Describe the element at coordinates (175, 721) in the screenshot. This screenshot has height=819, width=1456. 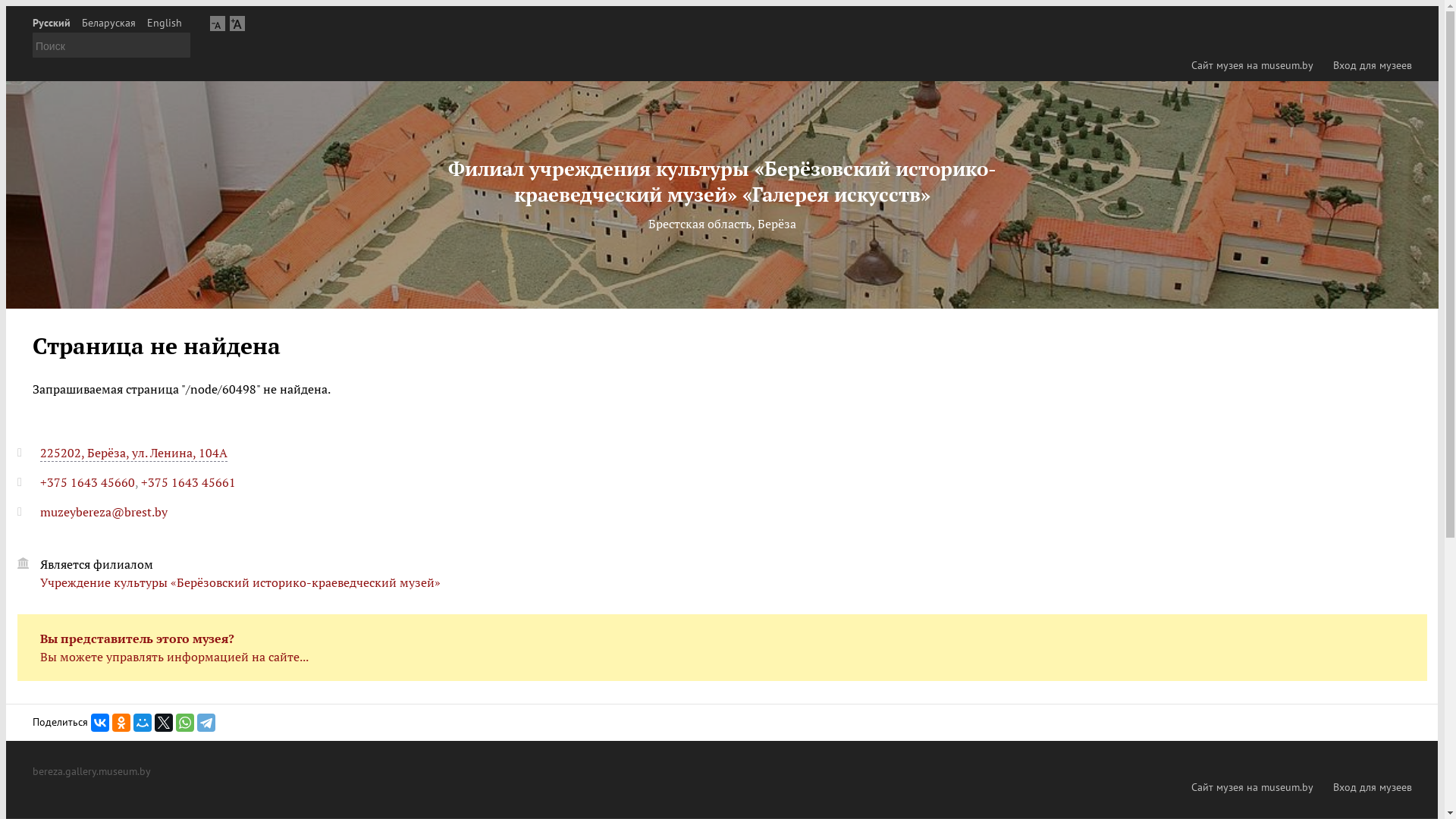
I see `'WhatsApp'` at that location.